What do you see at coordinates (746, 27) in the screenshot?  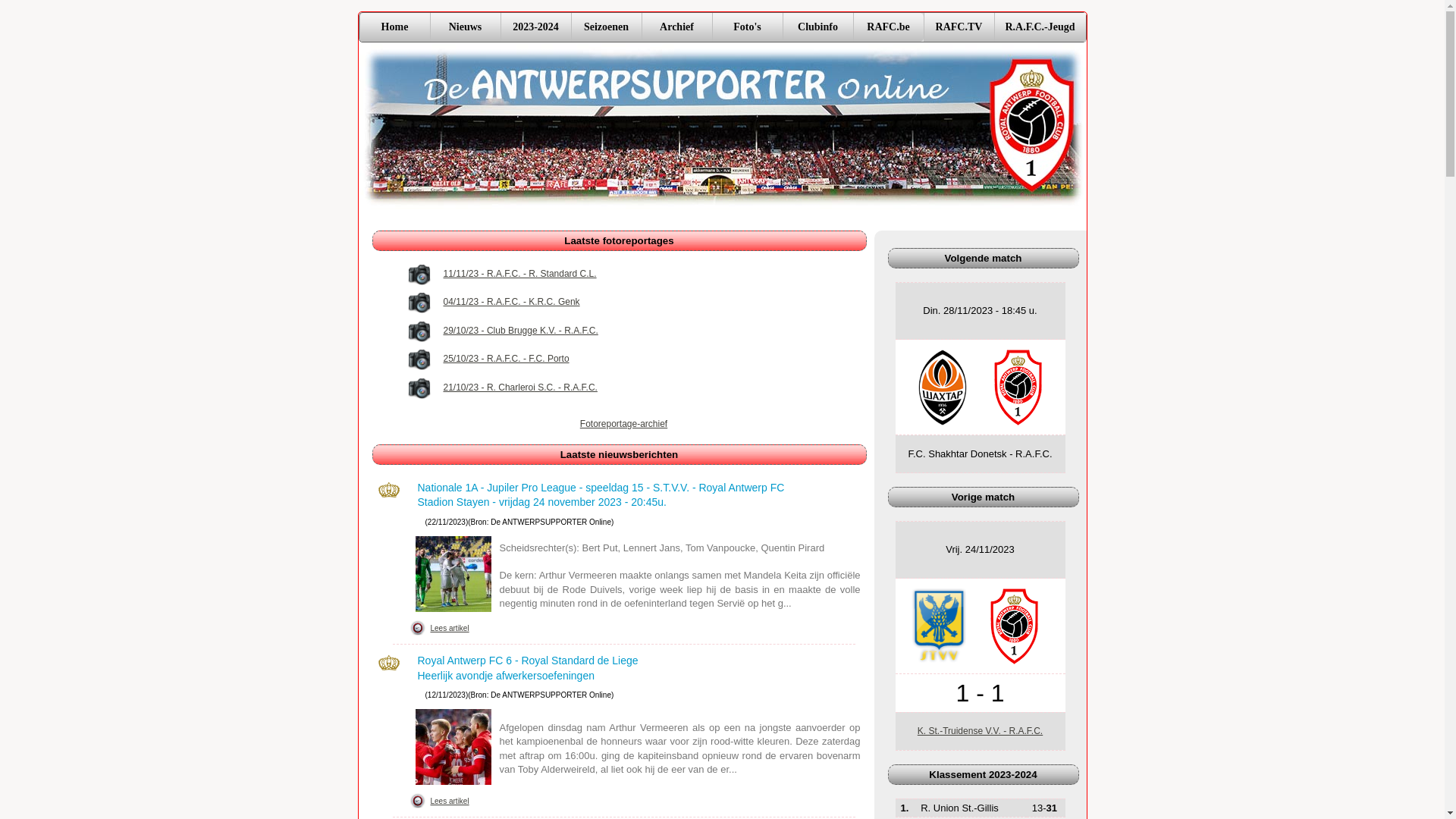 I see `'Foto's'` at bounding box center [746, 27].